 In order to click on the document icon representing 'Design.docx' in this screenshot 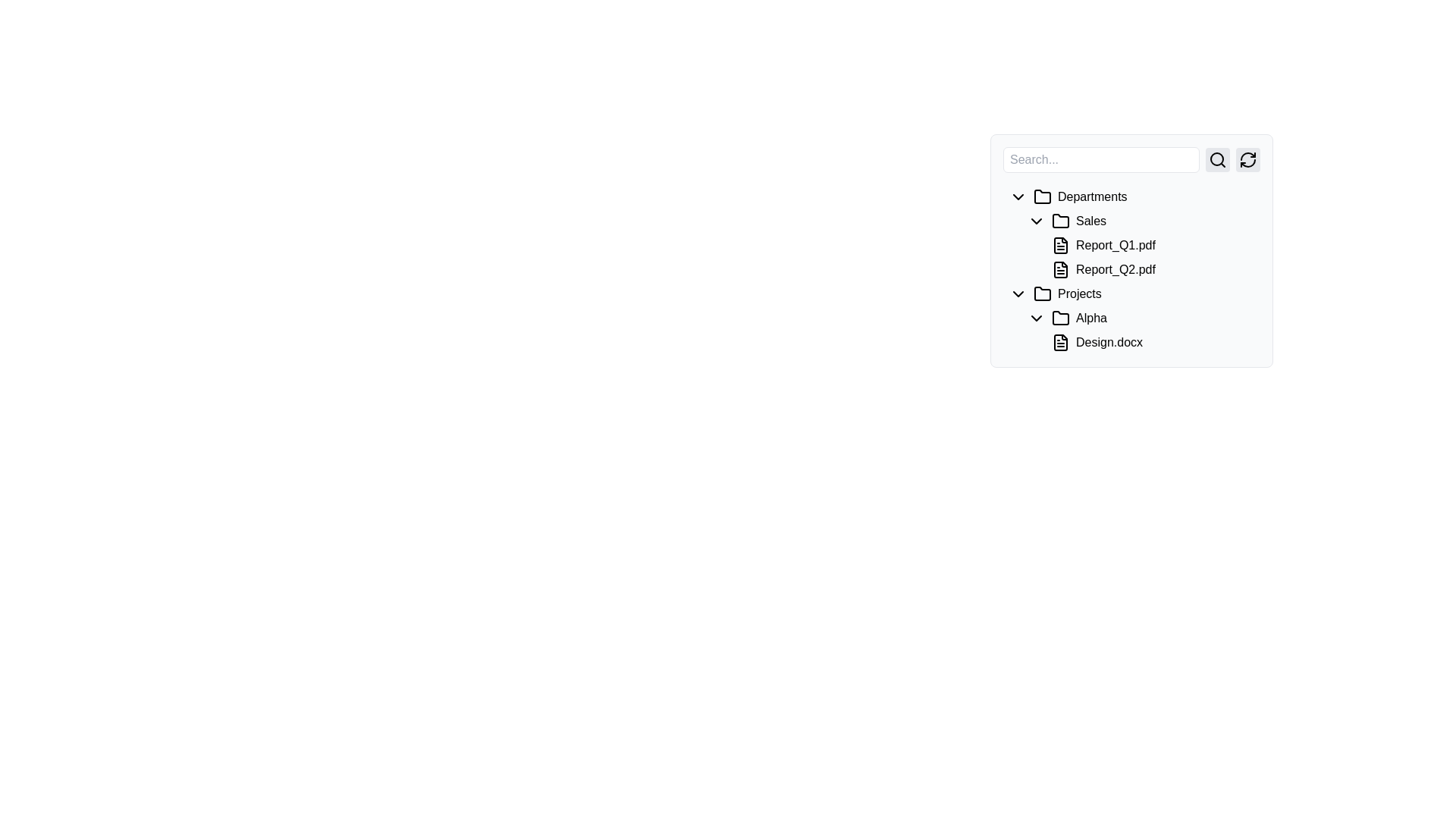, I will do `click(1059, 342)`.